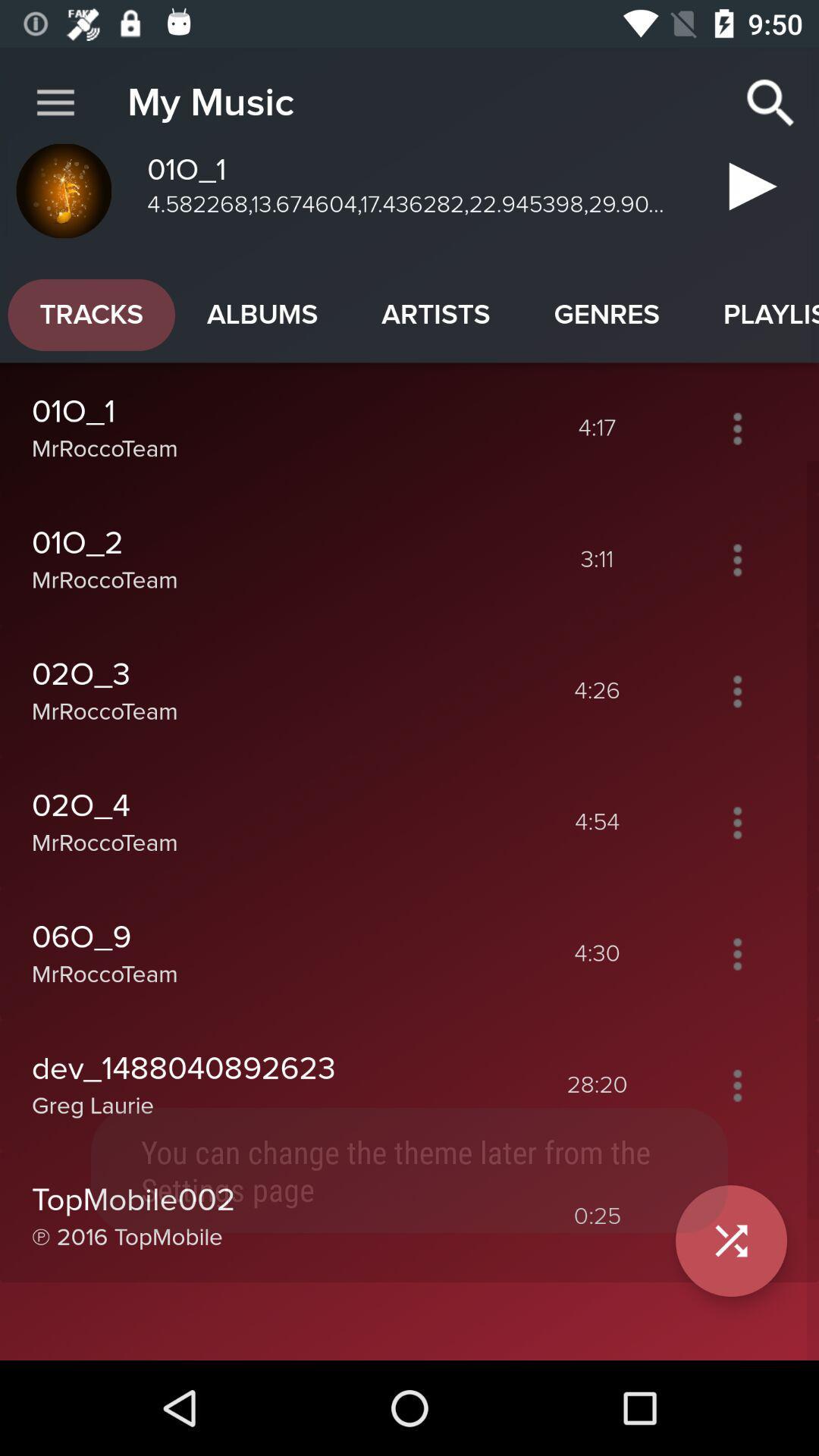 Image resolution: width=819 pixels, height=1456 pixels. What do you see at coordinates (736, 690) in the screenshot?
I see `share add to favourites add to playlist play as next set as info song delete hide` at bounding box center [736, 690].